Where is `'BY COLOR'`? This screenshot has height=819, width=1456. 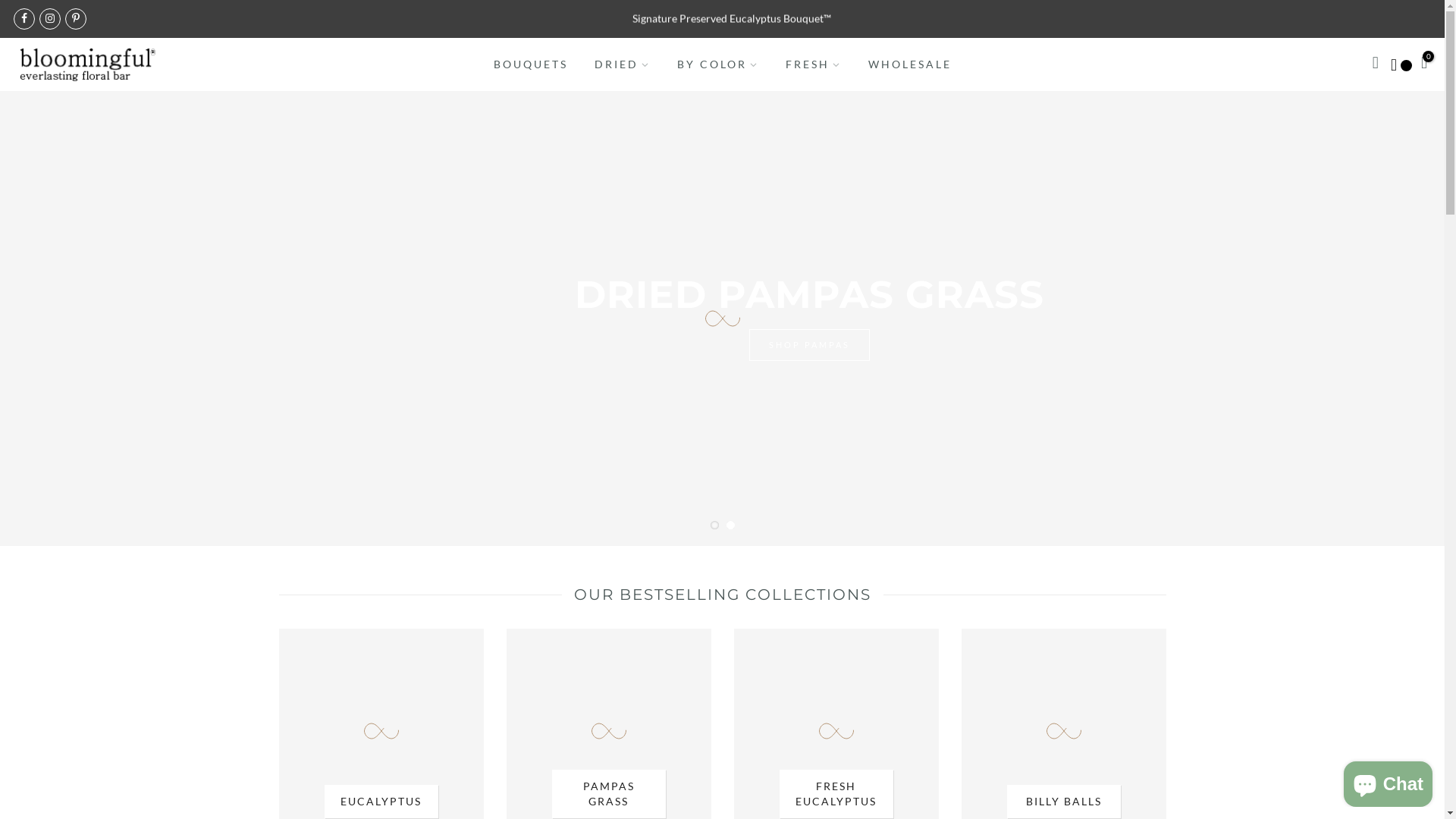
'BY COLOR' is located at coordinates (717, 63).